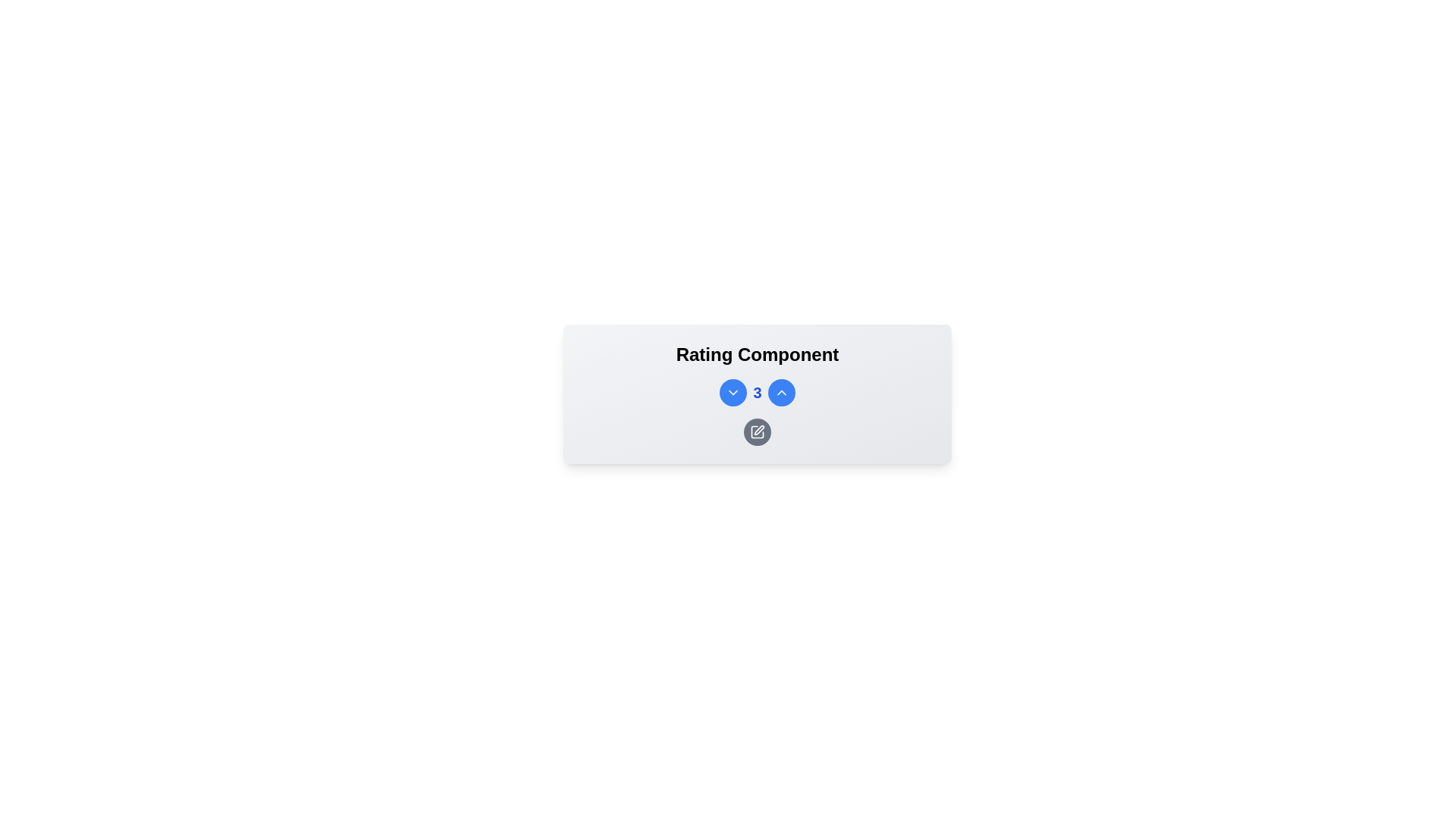  Describe the element at coordinates (759, 430) in the screenshot. I see `the edit icon located below the numeric rating display to initiate an edit action` at that location.